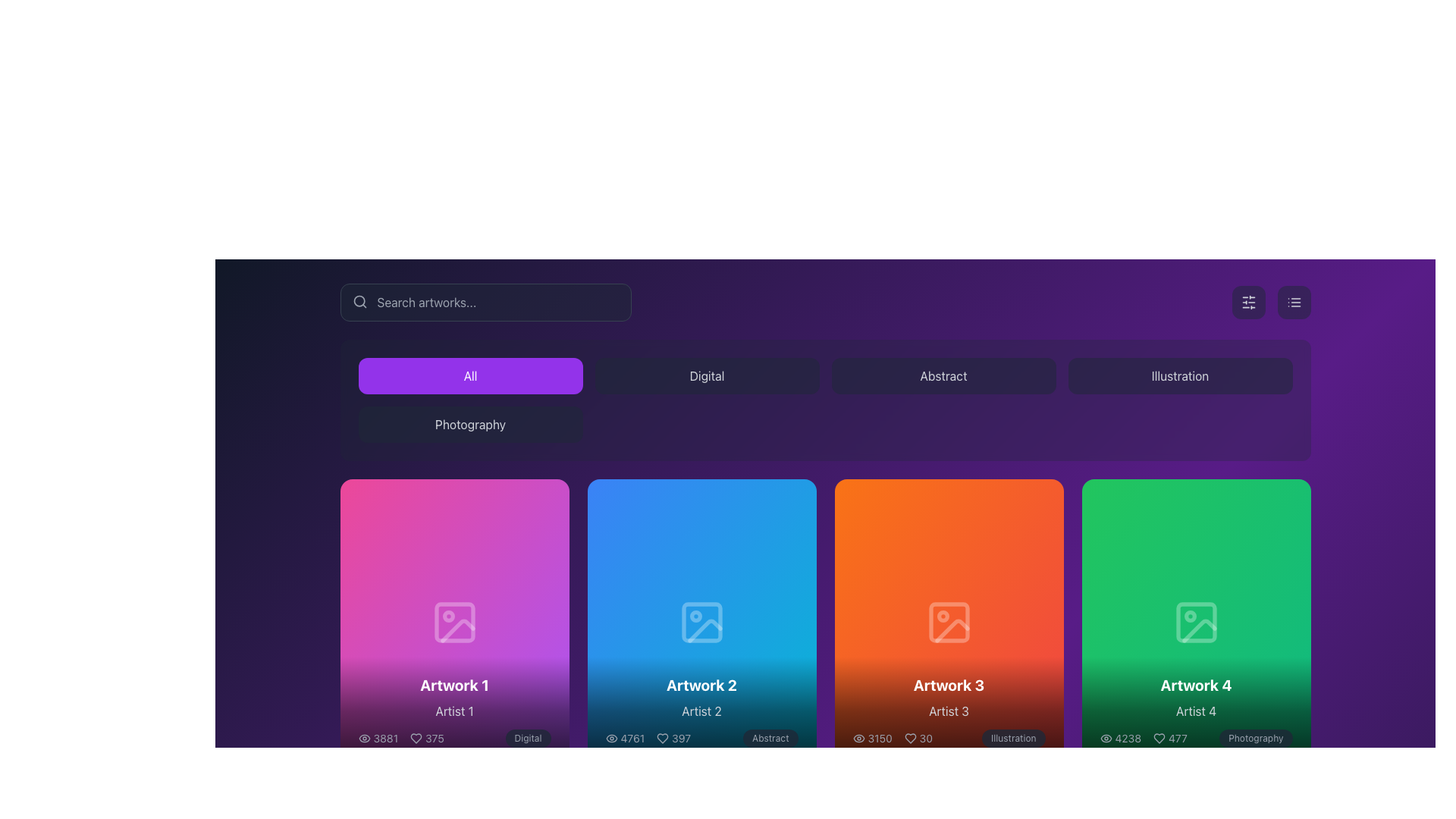 Image resolution: width=1456 pixels, height=819 pixels. I want to click on the SVG-based icon located within the green card titled 'Artwork 4' at the bottom right of the row, centered in the card's upper half, so click(1195, 622).